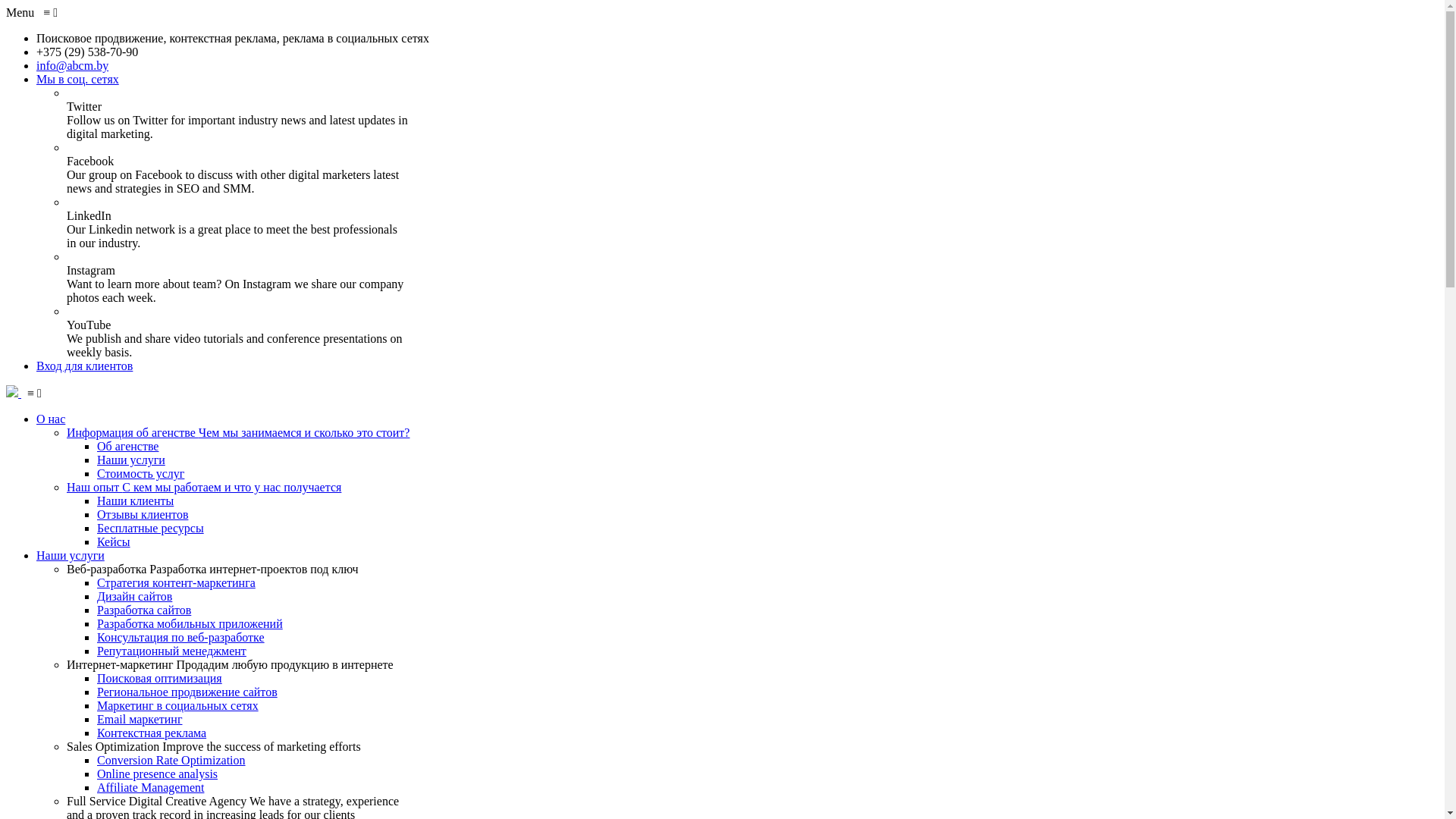 Image resolution: width=1456 pixels, height=819 pixels. I want to click on 'Online presence analysis', so click(96, 773).